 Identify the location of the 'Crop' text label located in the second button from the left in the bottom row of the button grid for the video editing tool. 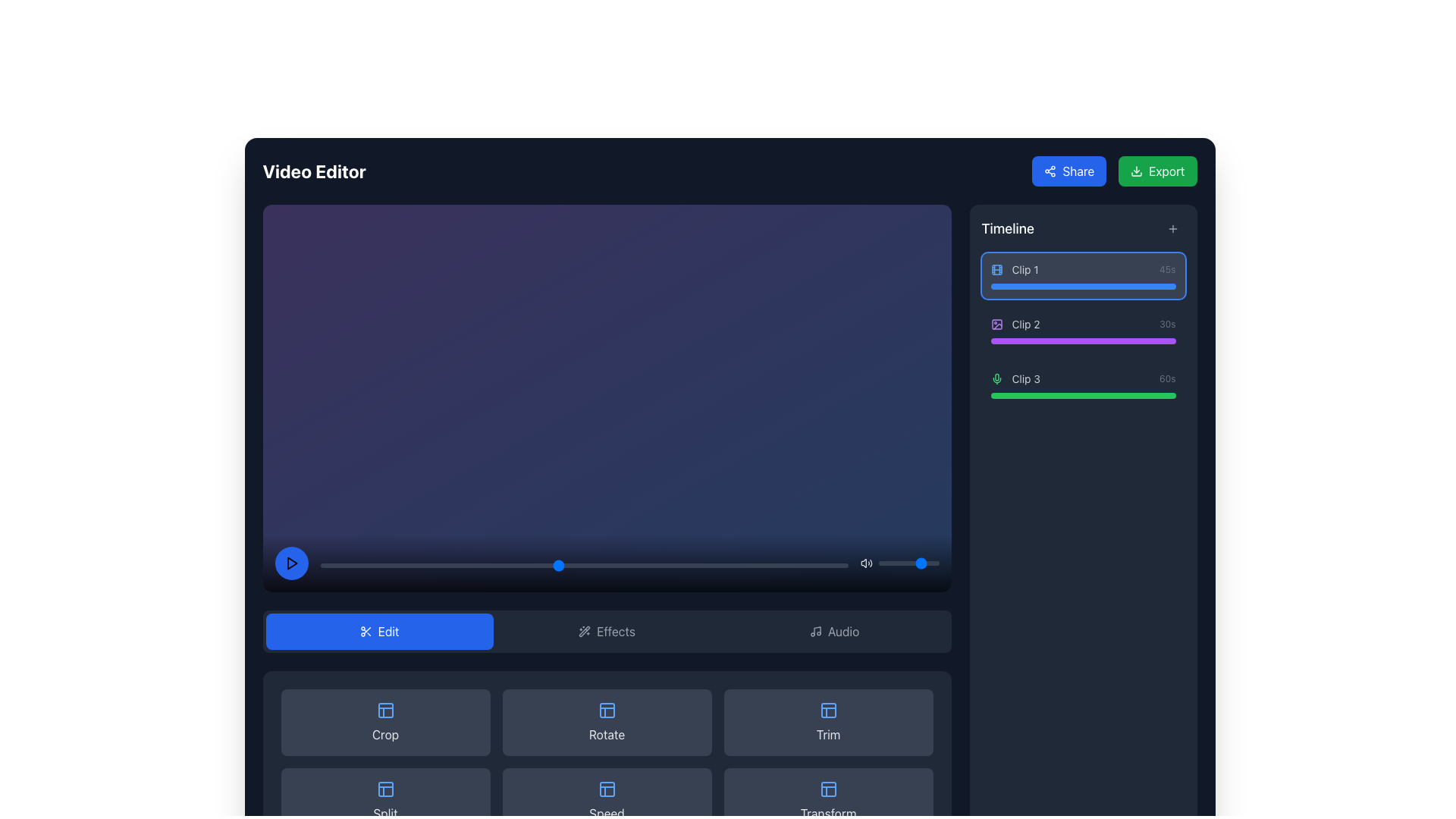
(385, 733).